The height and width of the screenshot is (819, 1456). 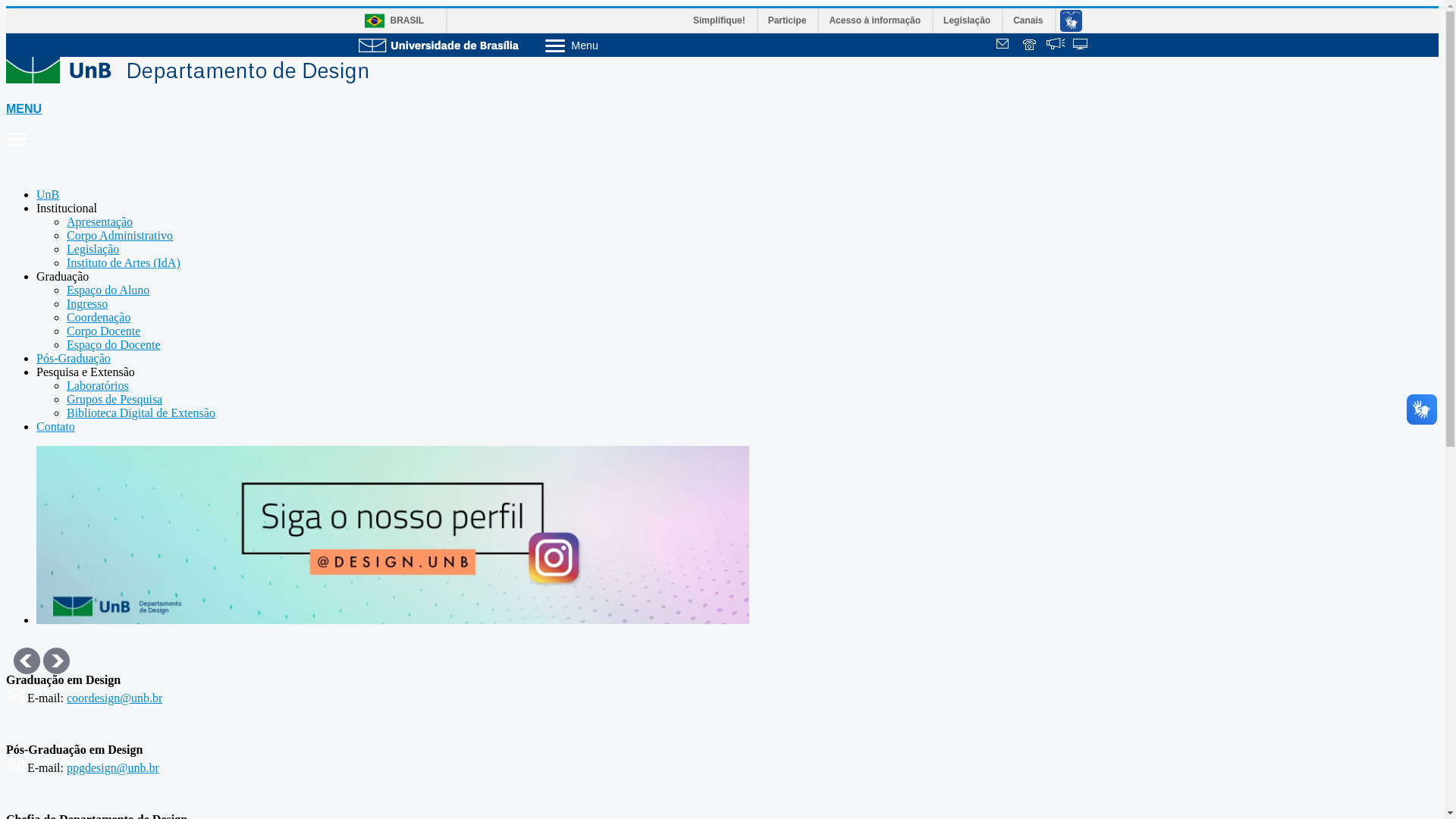 I want to click on 'Grupos de Pesquisa', so click(x=113, y=398).